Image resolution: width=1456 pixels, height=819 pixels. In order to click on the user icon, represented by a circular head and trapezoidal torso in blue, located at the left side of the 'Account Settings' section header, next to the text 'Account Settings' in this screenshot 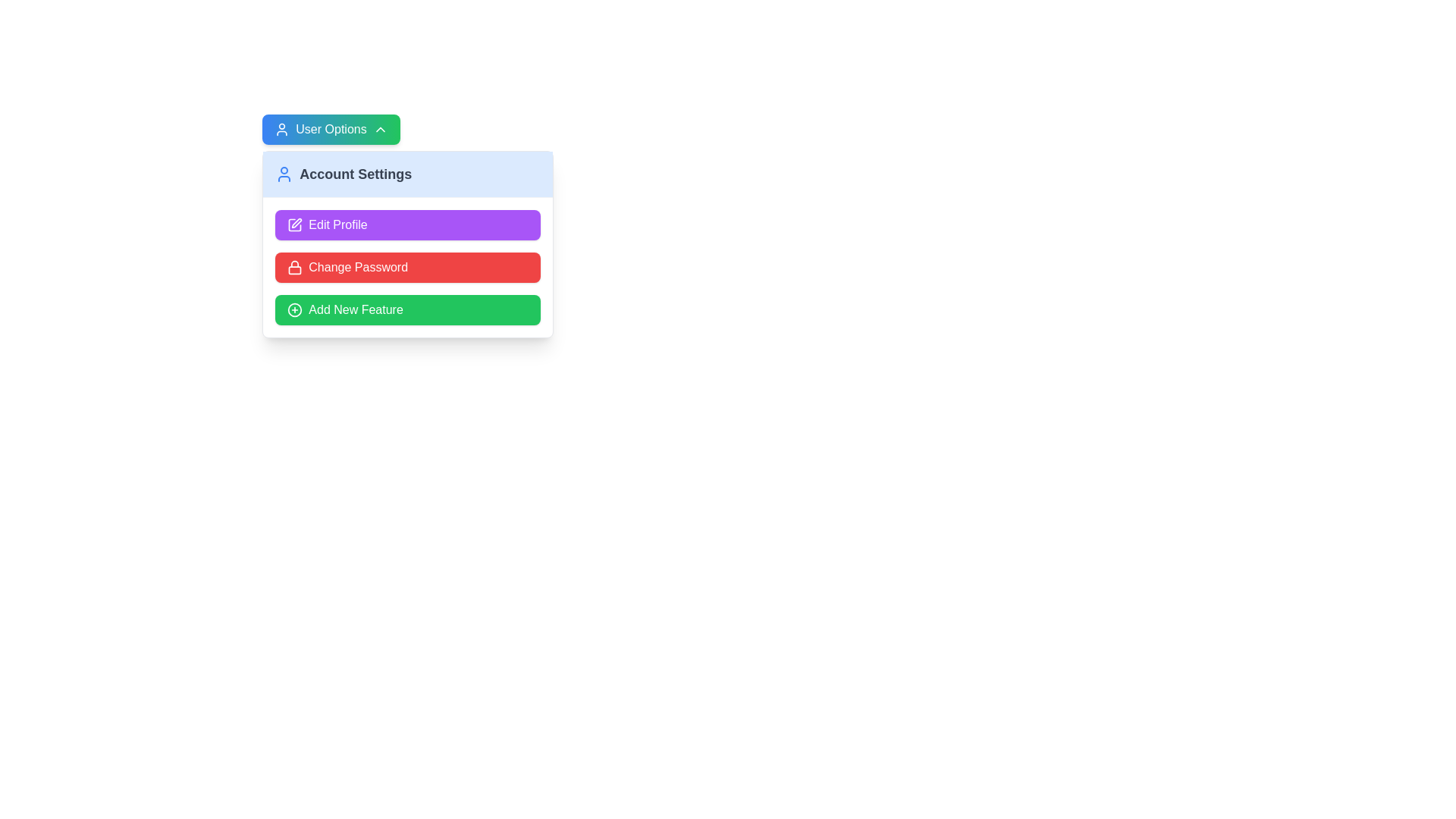, I will do `click(284, 174)`.